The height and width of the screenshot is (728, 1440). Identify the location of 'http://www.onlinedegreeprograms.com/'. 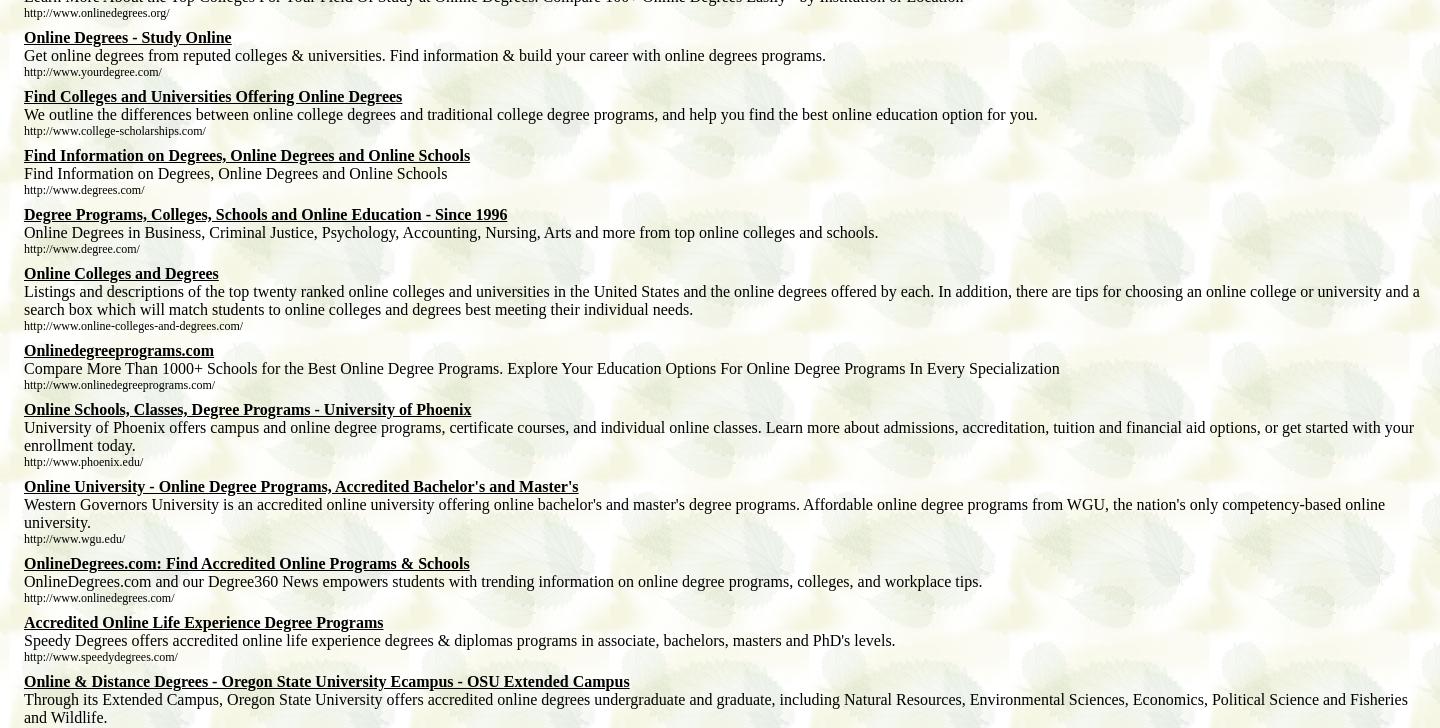
(119, 384).